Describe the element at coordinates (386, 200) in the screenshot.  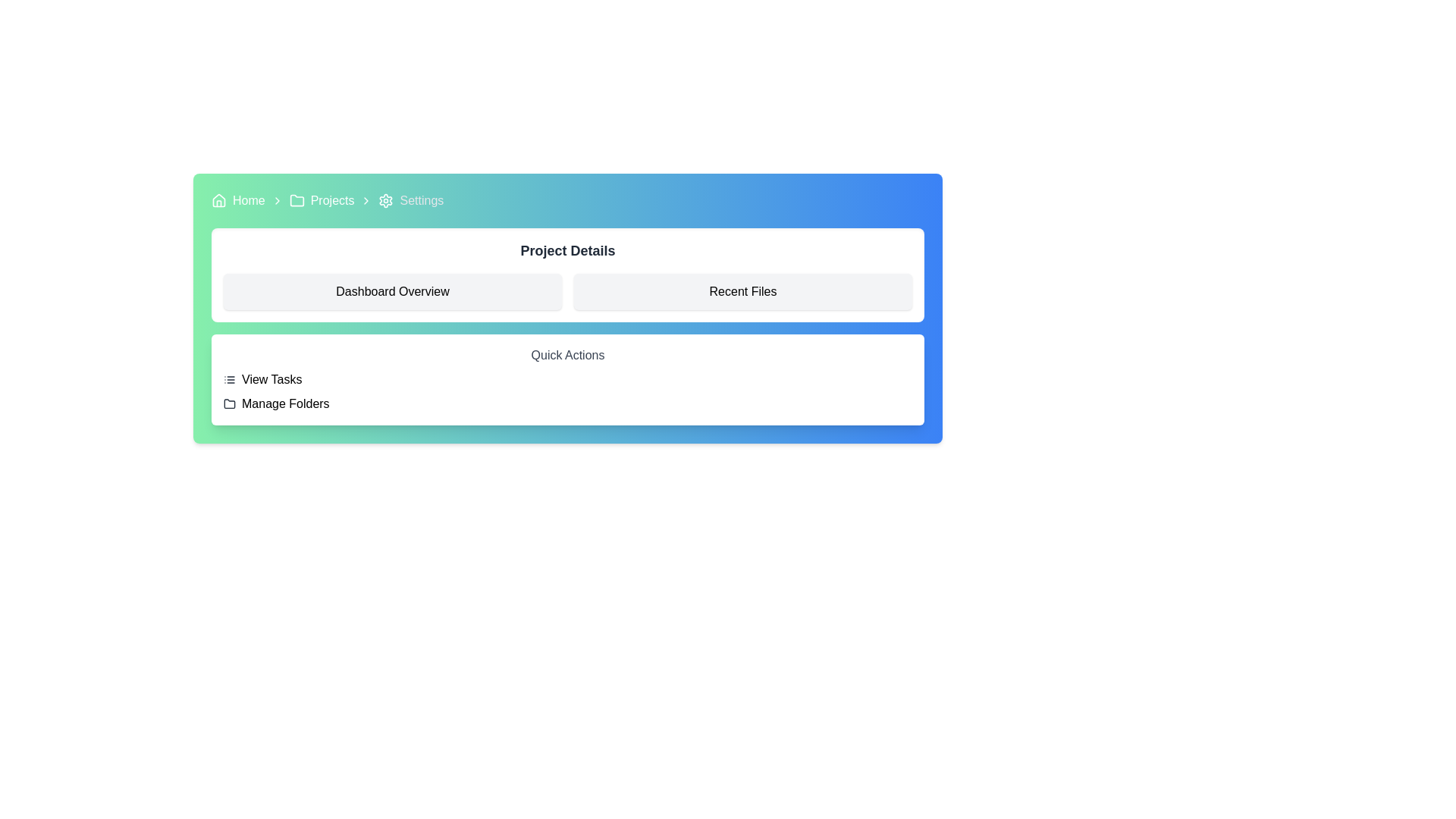
I see `the gear icon in the navigation bar` at that location.